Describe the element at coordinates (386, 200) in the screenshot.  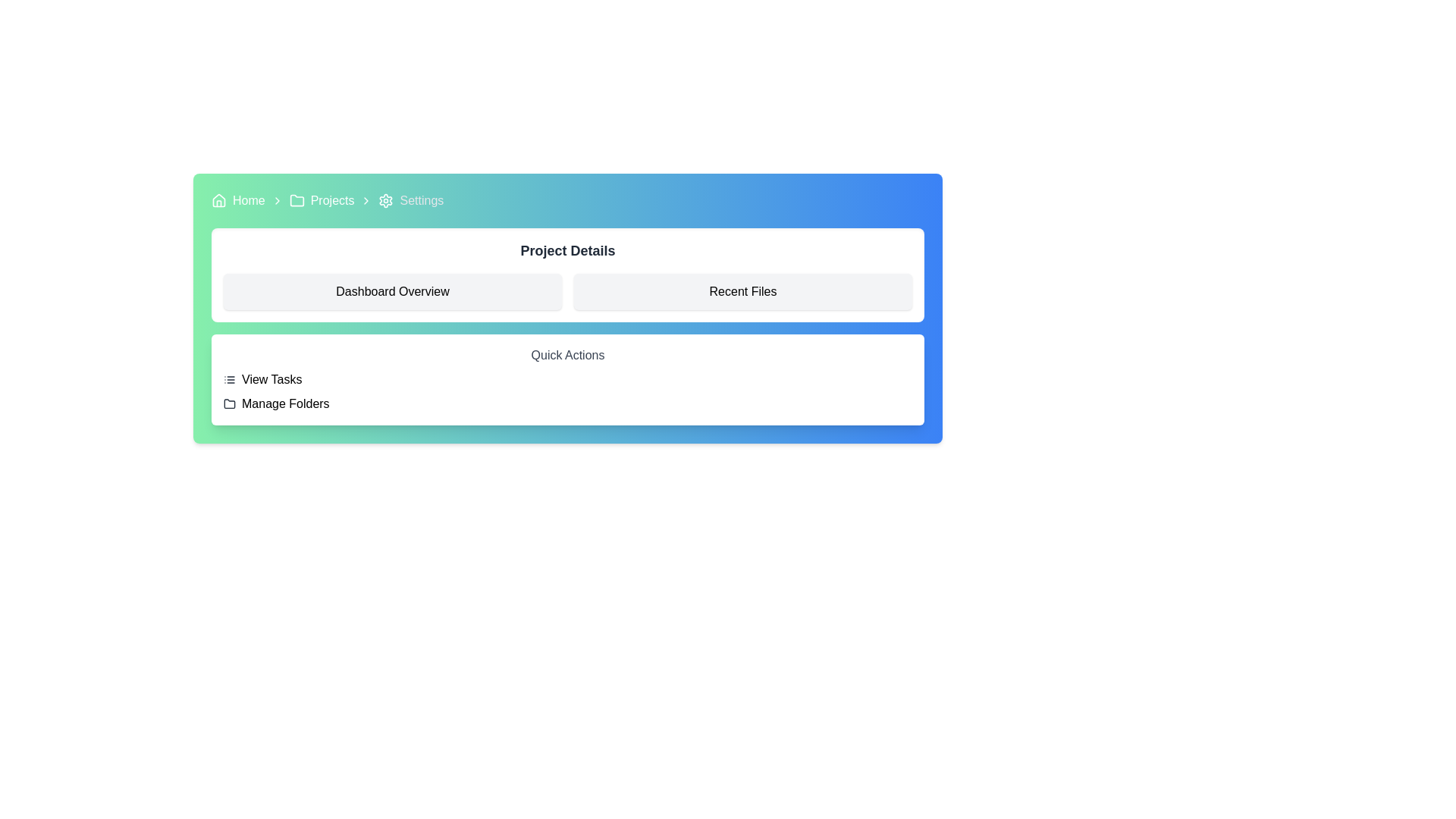
I see `the gear icon in the navigation bar` at that location.